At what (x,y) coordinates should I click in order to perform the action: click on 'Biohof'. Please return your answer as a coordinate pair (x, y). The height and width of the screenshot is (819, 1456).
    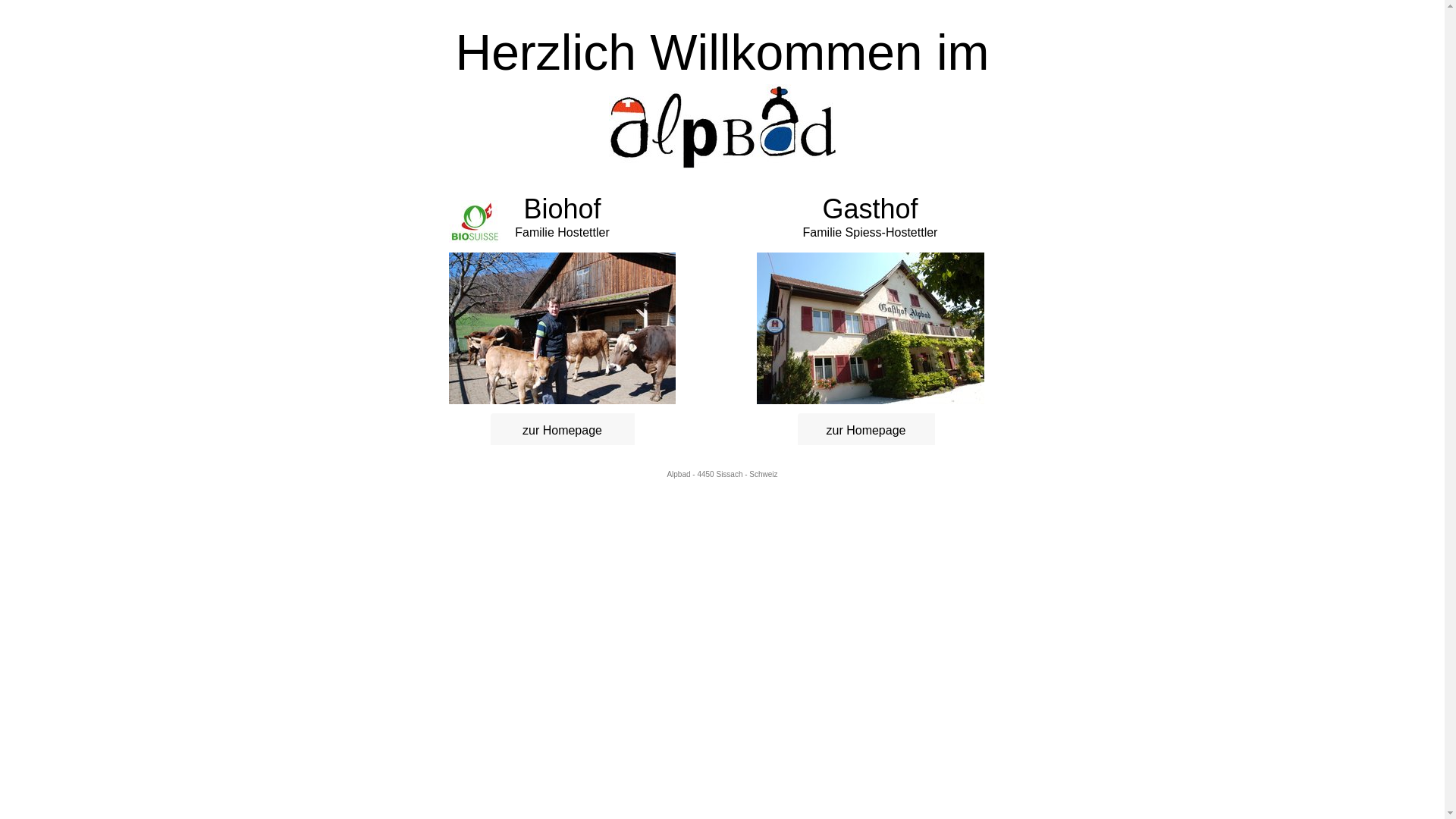
    Looking at the image, I should click on (560, 214).